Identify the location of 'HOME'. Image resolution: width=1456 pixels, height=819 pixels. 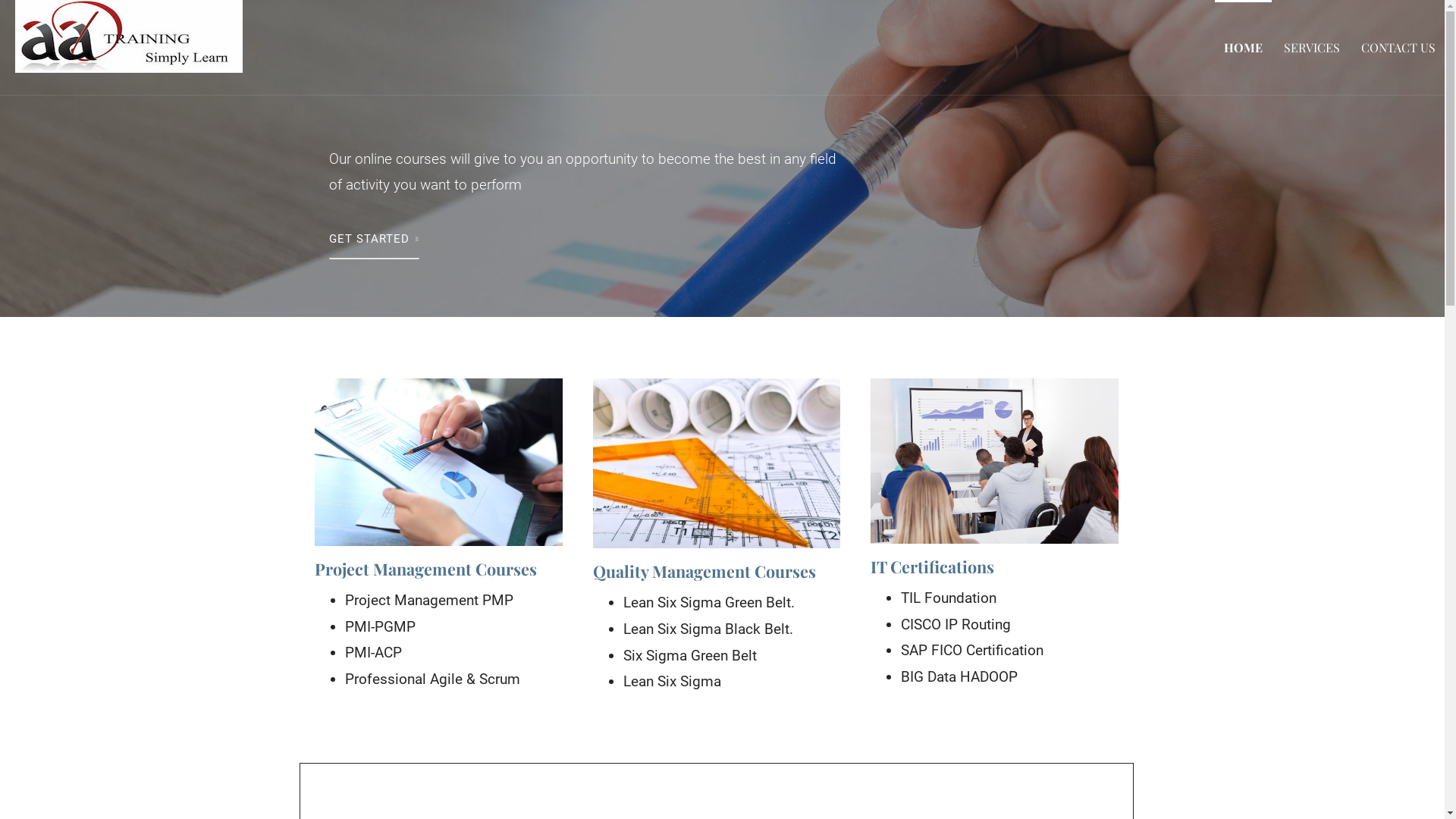
(1243, 46).